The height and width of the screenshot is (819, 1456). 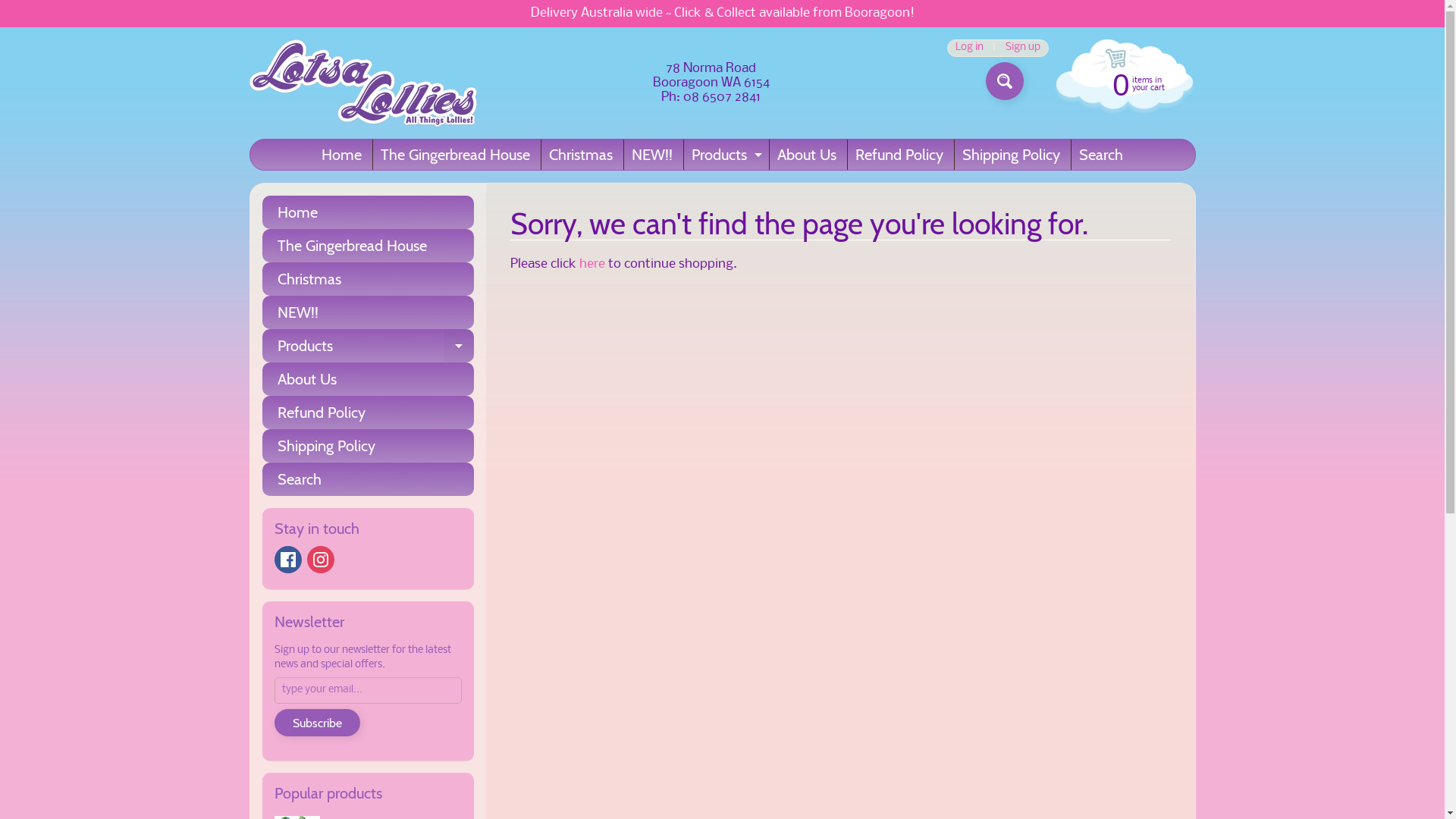 What do you see at coordinates (362, 83) in the screenshot?
I see `'lotsalollies'` at bounding box center [362, 83].